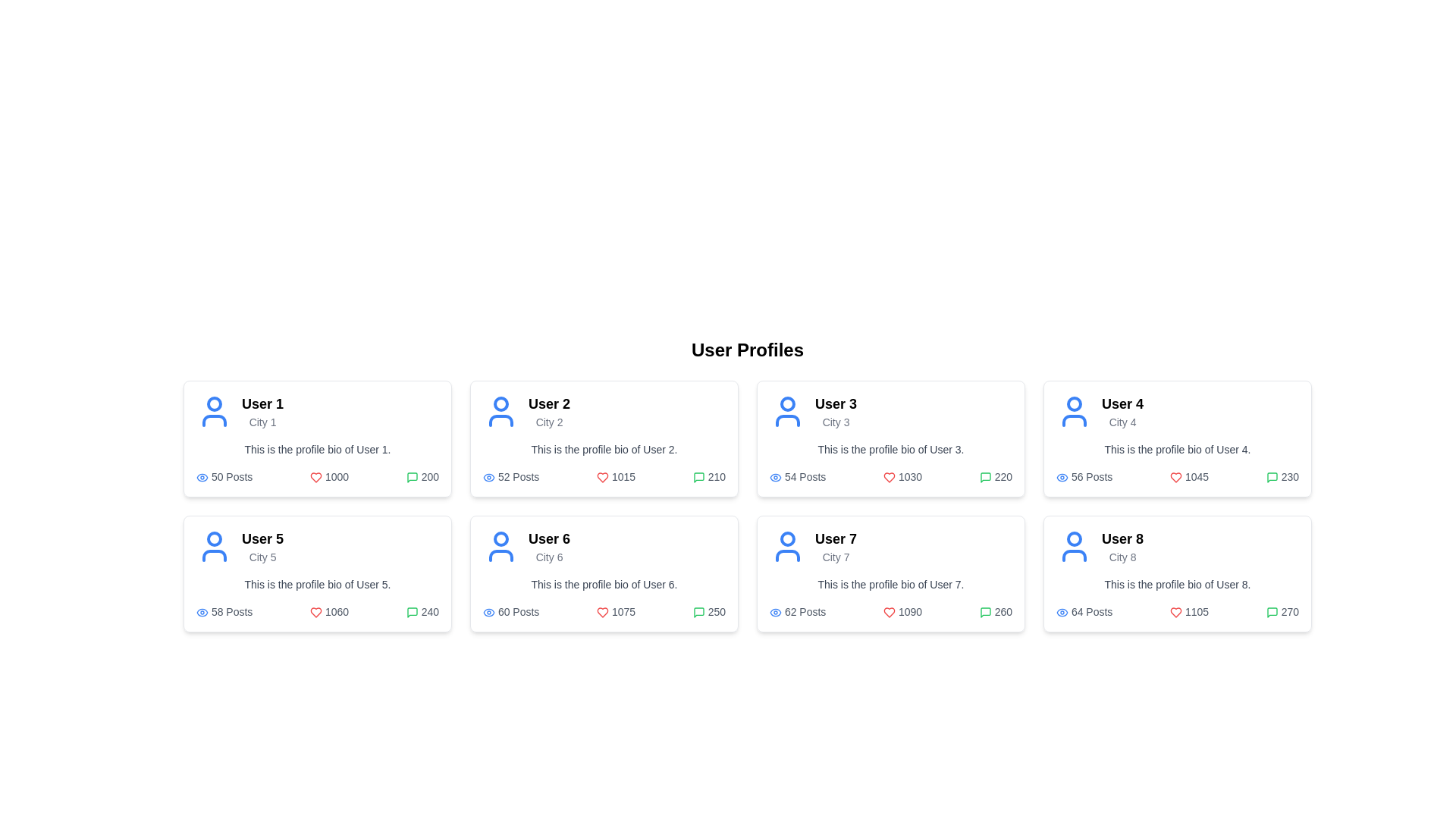  Describe the element at coordinates (603, 412) in the screenshot. I see `the Profile block component displaying 'User 2'` at that location.